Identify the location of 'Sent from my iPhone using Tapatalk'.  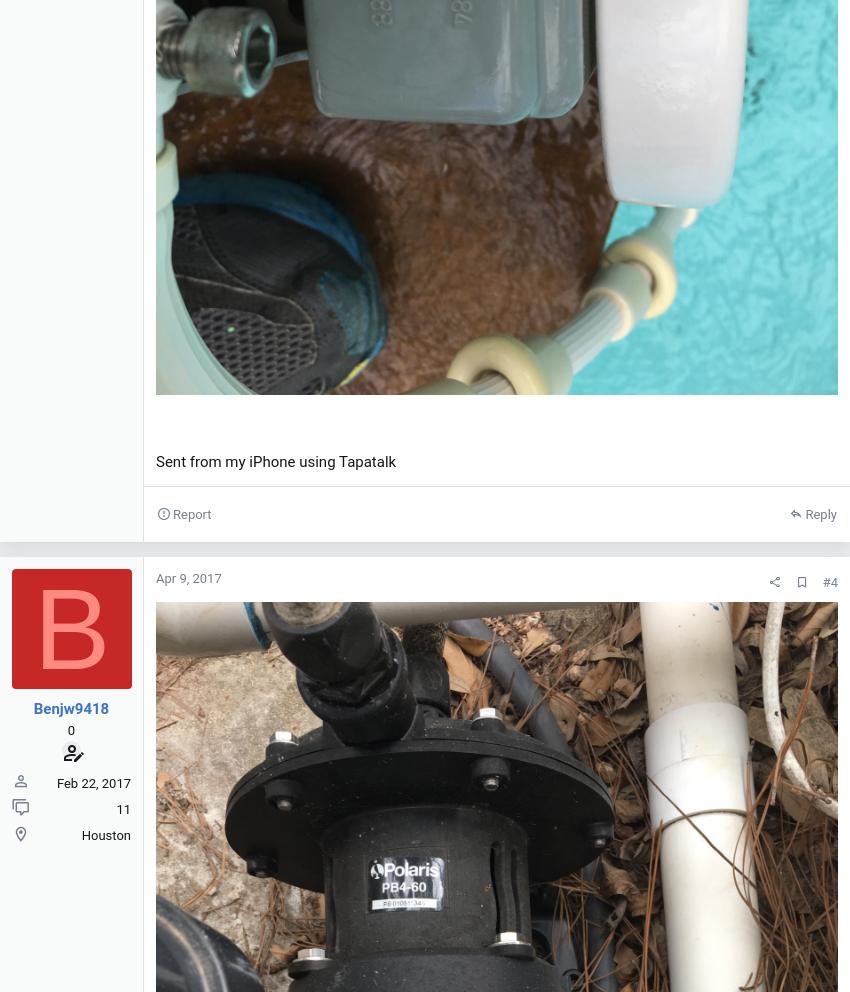
(274, 461).